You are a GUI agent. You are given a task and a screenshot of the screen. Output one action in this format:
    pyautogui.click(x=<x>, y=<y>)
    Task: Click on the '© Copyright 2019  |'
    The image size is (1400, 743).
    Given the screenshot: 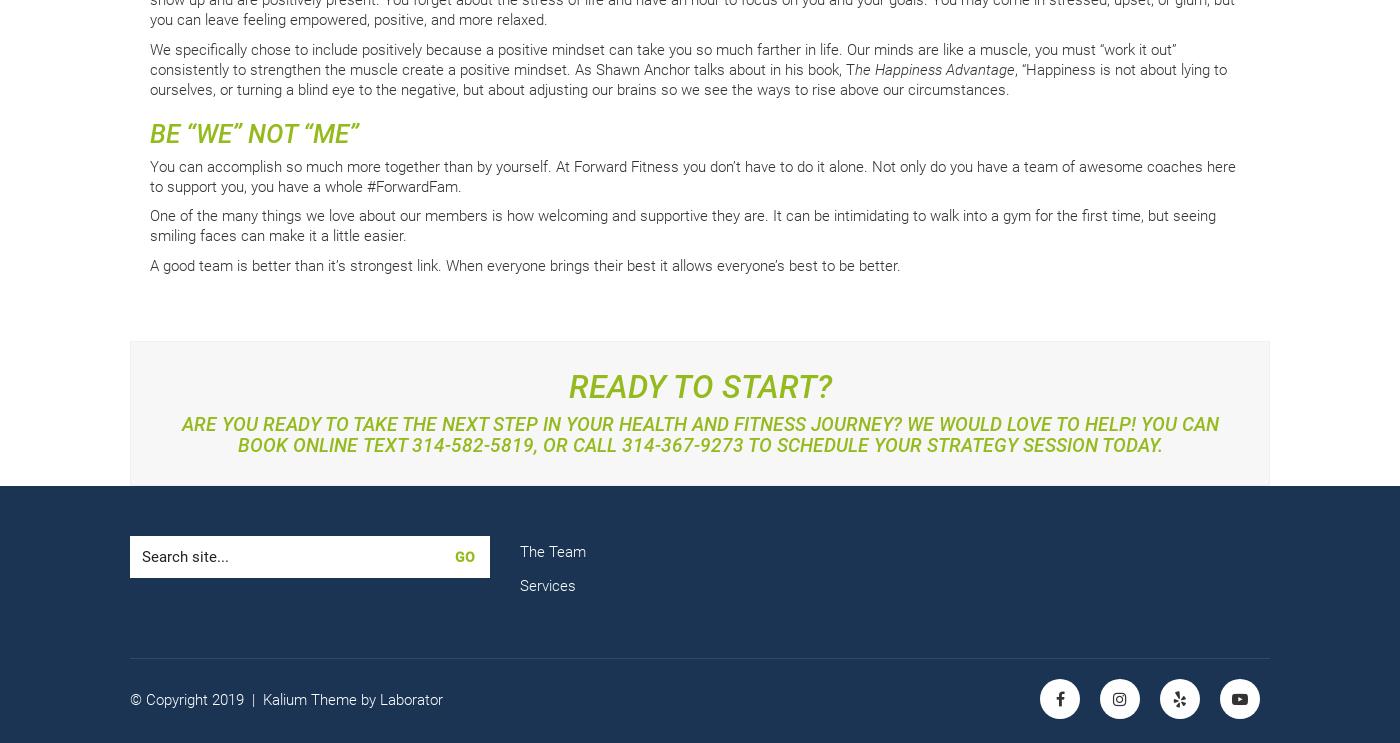 What is the action you would take?
    pyautogui.click(x=196, y=699)
    